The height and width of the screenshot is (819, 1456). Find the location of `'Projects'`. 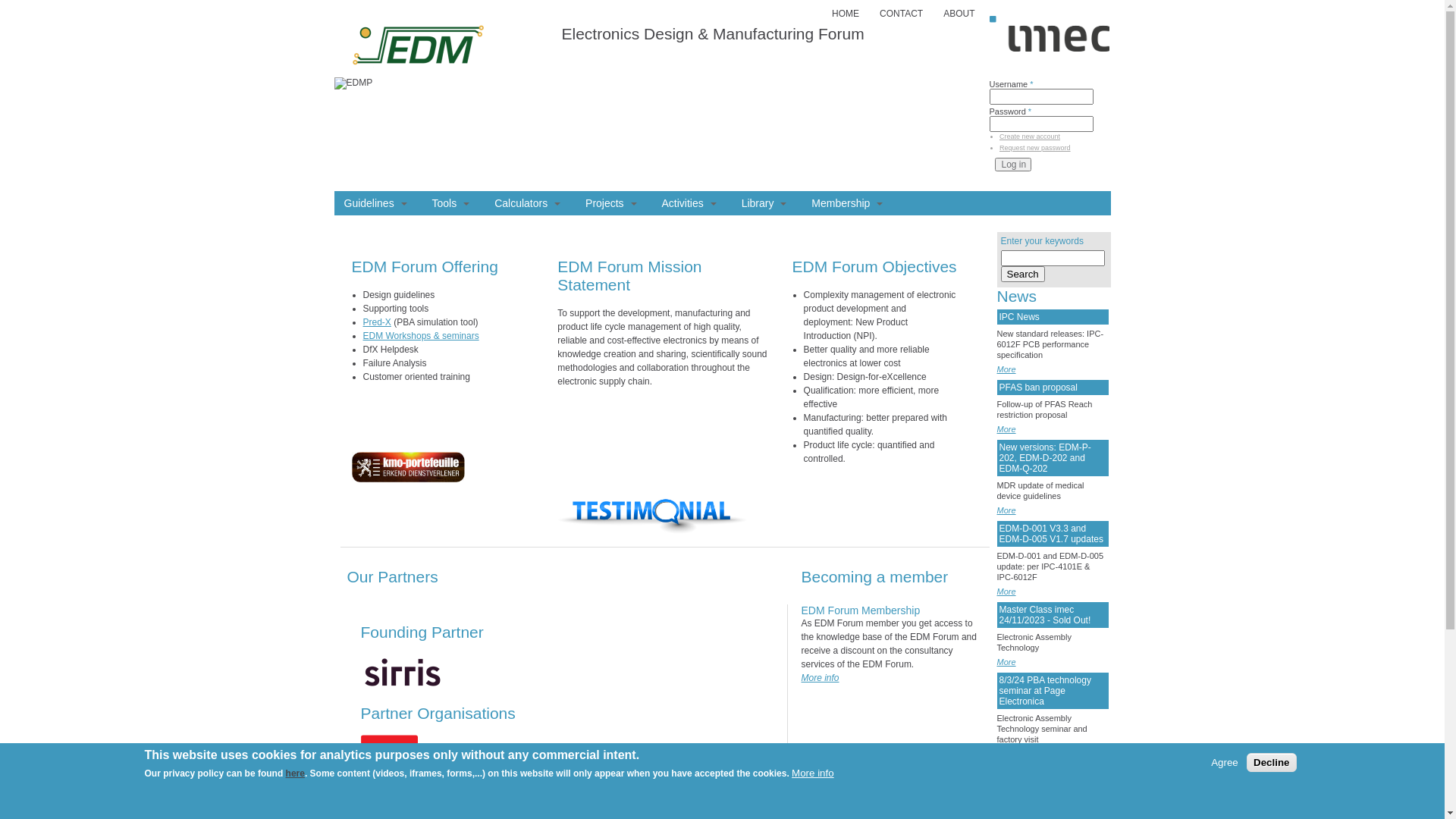

'Projects' is located at coordinates (610, 202).